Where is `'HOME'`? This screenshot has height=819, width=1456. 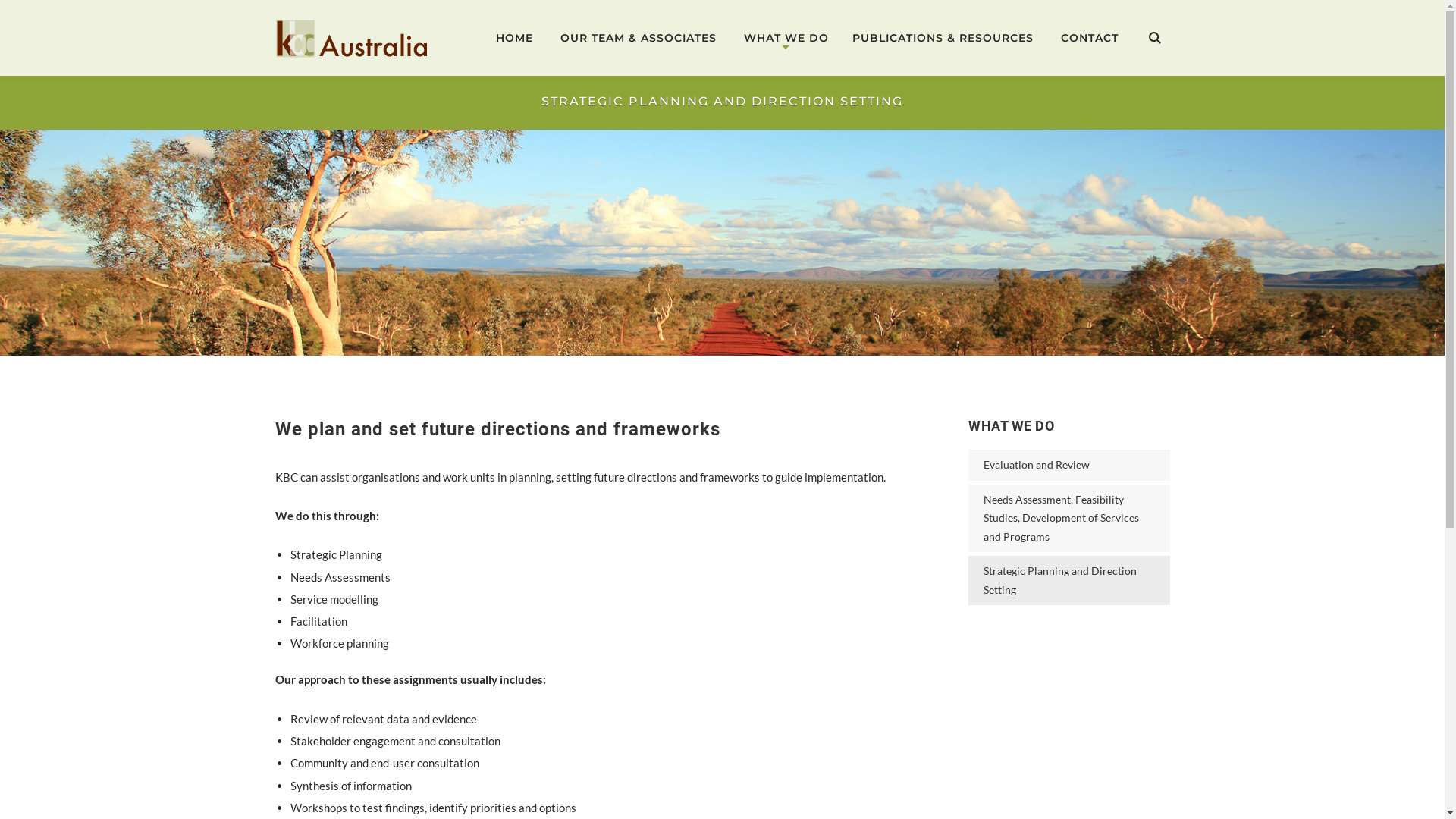 'HOME' is located at coordinates (513, 37).